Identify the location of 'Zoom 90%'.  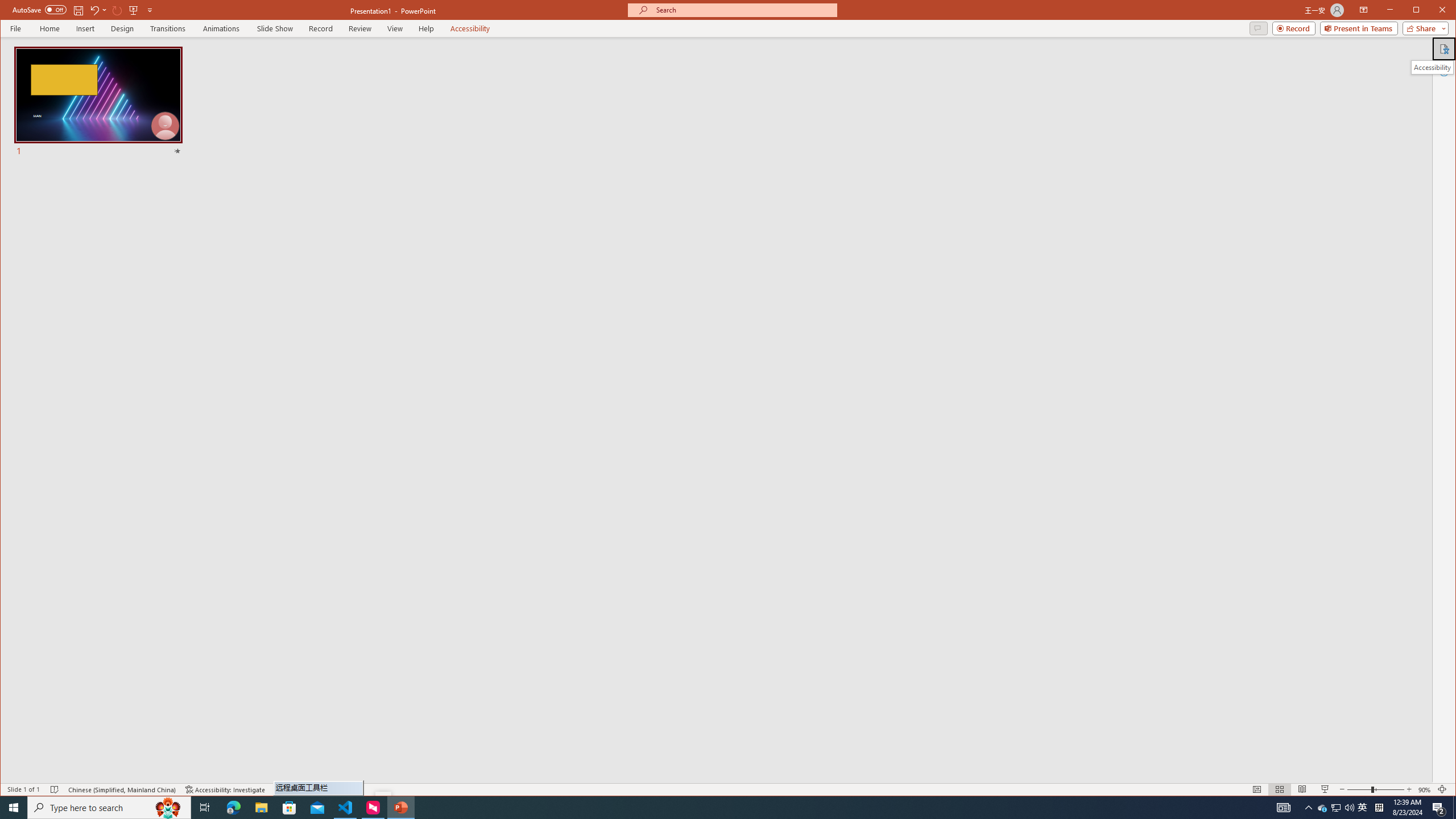
(1424, 789).